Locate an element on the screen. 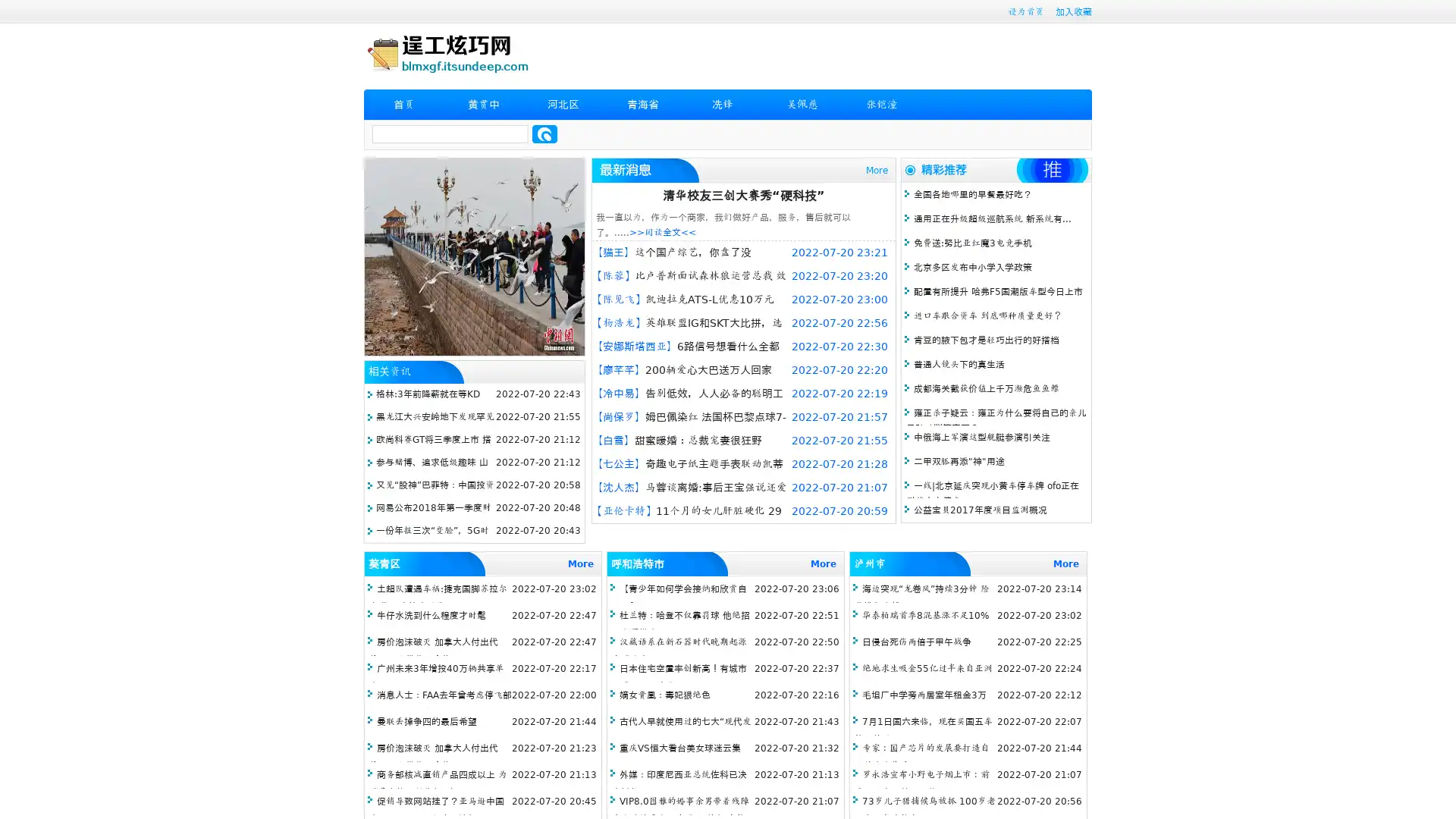 The height and width of the screenshot is (819, 1456). Search is located at coordinates (544, 133).